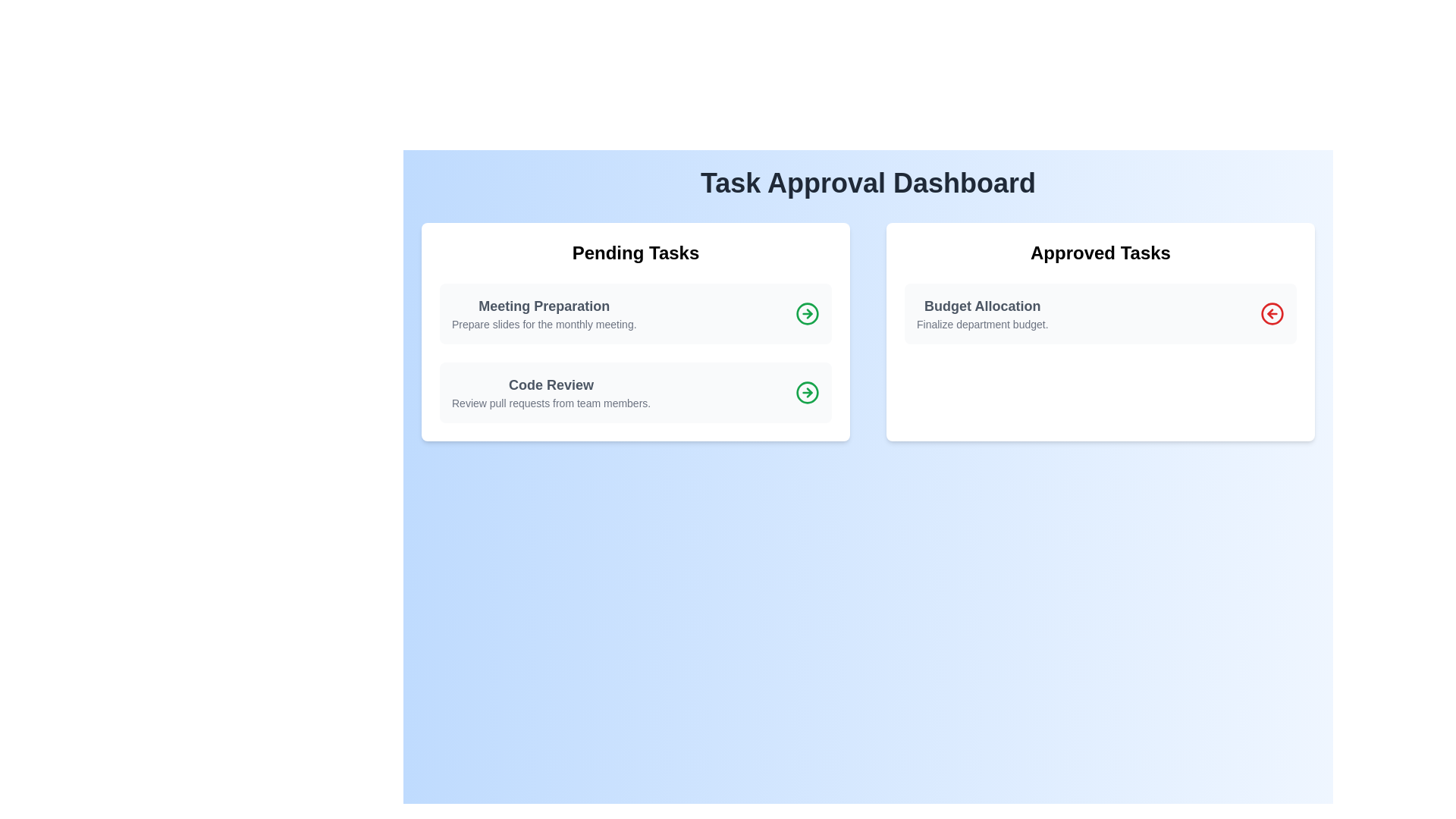 The width and height of the screenshot is (1456, 819). I want to click on the Arrowhead icon within the rightward-facing arrow SVG icon in the 'Pending Tasks' list, located near the right edge of the 'Meeting Preparation' card, so click(808, 391).